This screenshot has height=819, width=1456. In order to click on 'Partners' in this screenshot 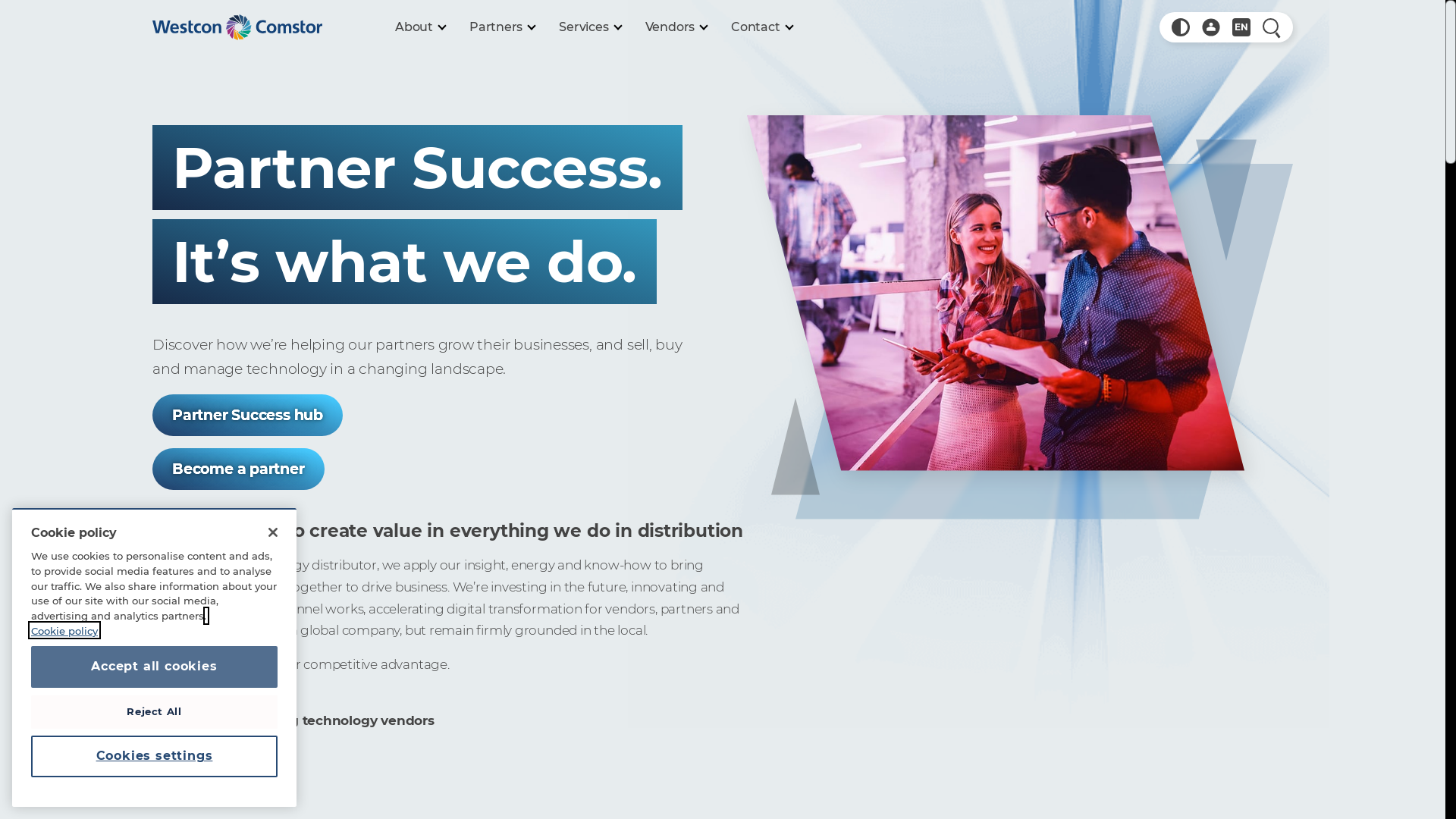, I will do `click(502, 27)`.